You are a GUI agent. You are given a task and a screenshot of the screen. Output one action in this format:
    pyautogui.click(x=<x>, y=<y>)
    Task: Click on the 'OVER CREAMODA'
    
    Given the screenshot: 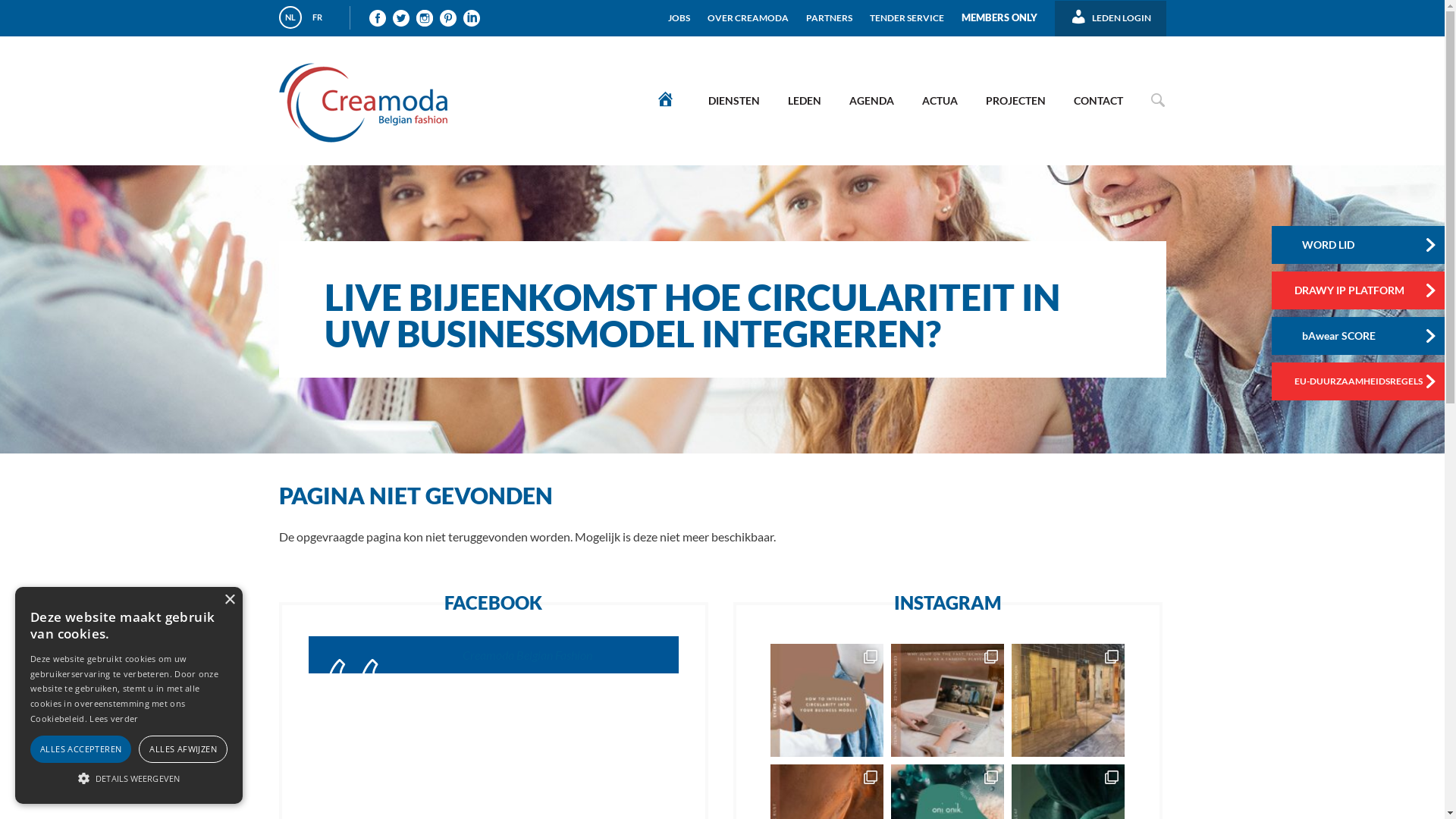 What is the action you would take?
    pyautogui.click(x=748, y=11)
    